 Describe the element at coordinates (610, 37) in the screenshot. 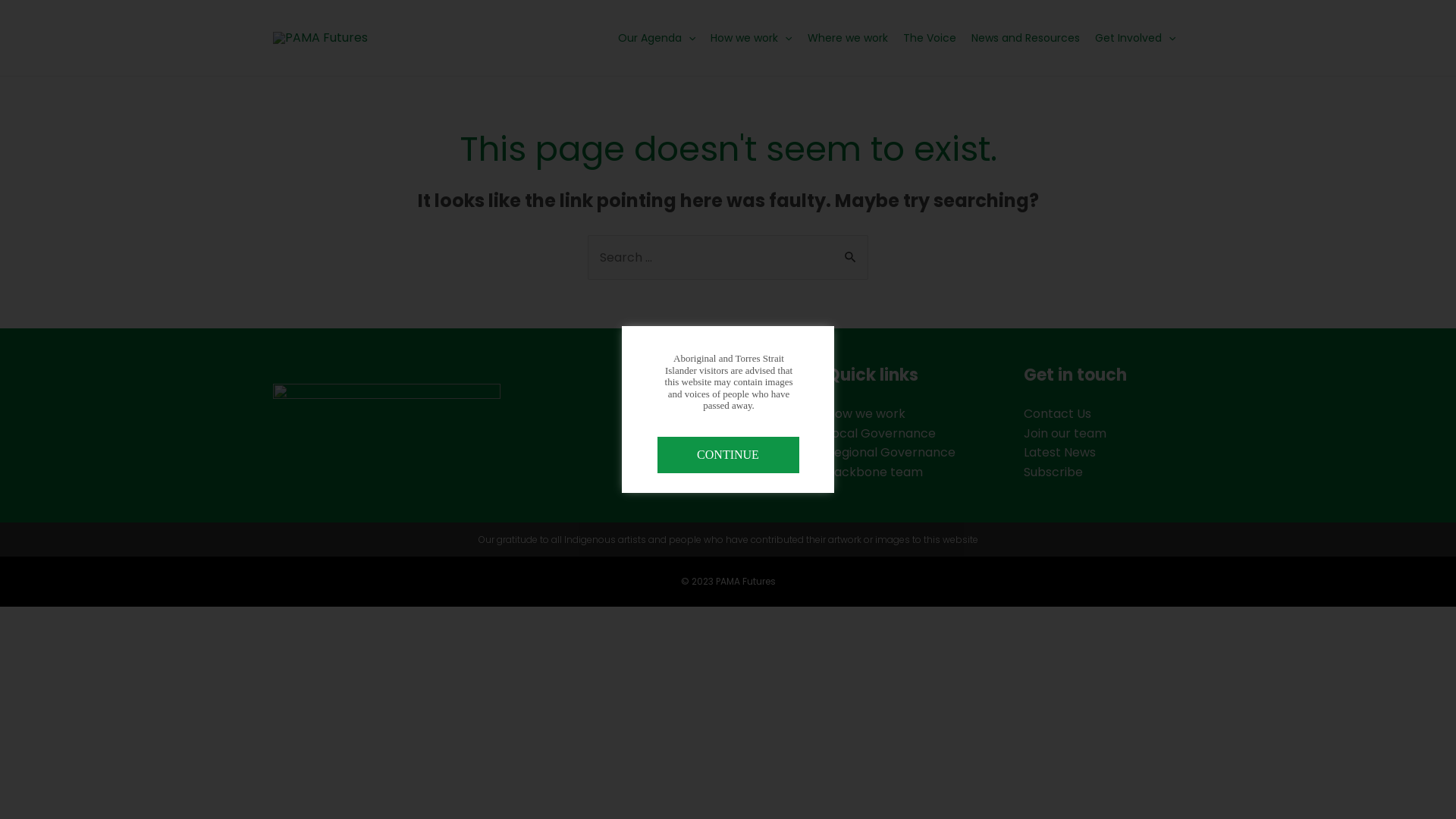

I see `'Our Agenda'` at that location.